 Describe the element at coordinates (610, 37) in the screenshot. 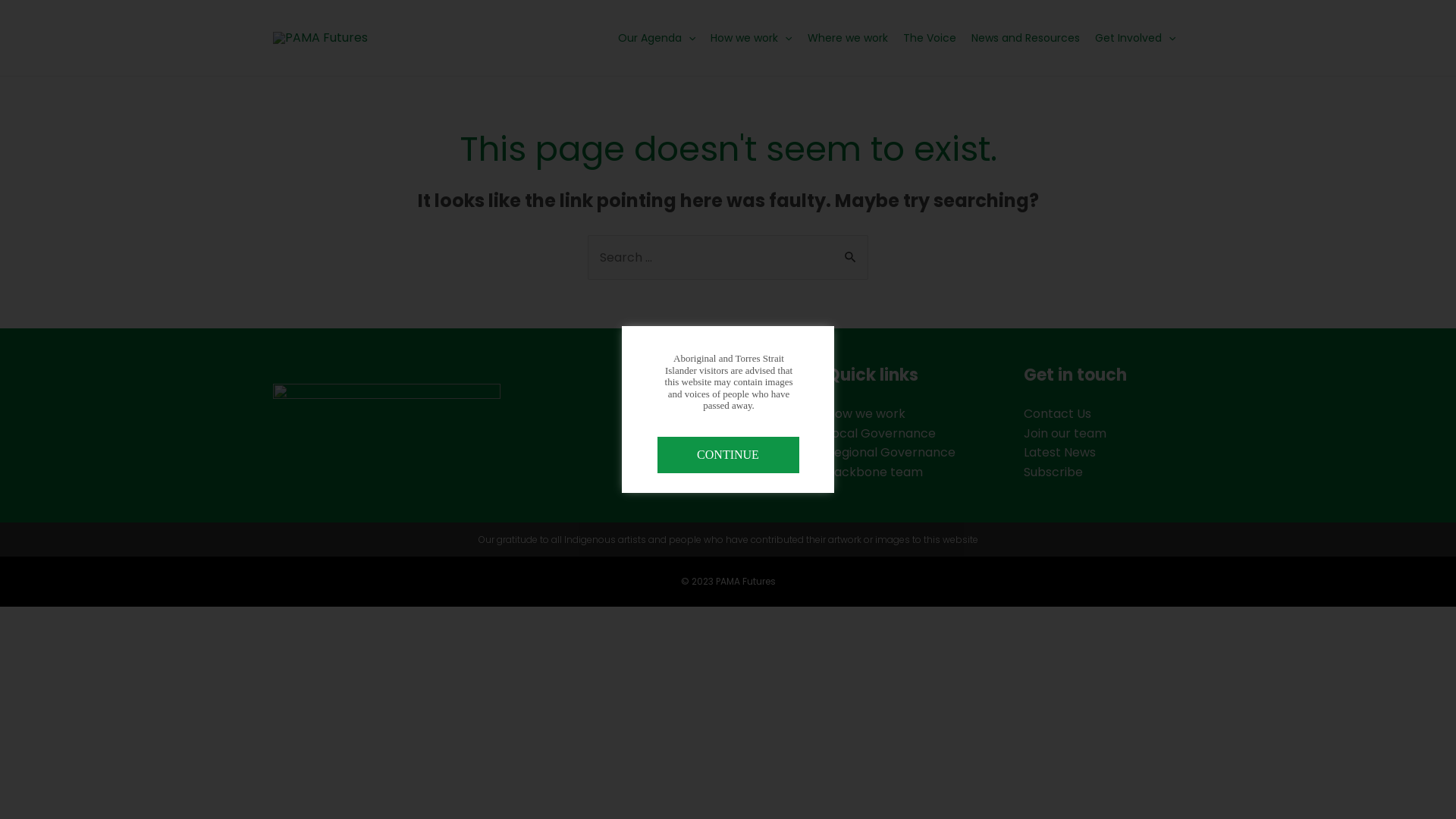

I see `'Our Agenda'` at that location.